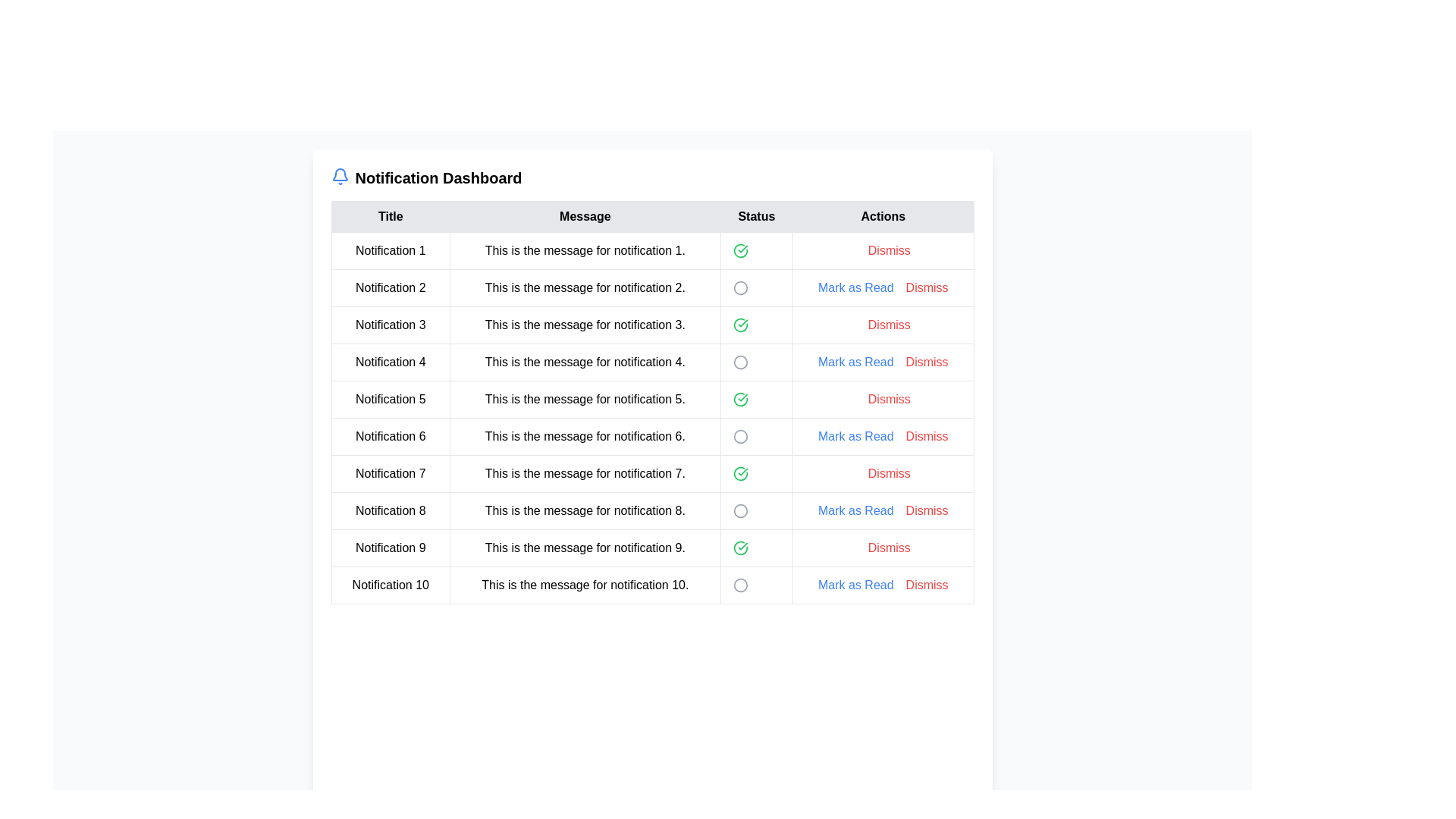  What do you see at coordinates (926, 362) in the screenshot?
I see `the hyperlink in the fourth row of the table under the 'Actions' column` at bounding box center [926, 362].